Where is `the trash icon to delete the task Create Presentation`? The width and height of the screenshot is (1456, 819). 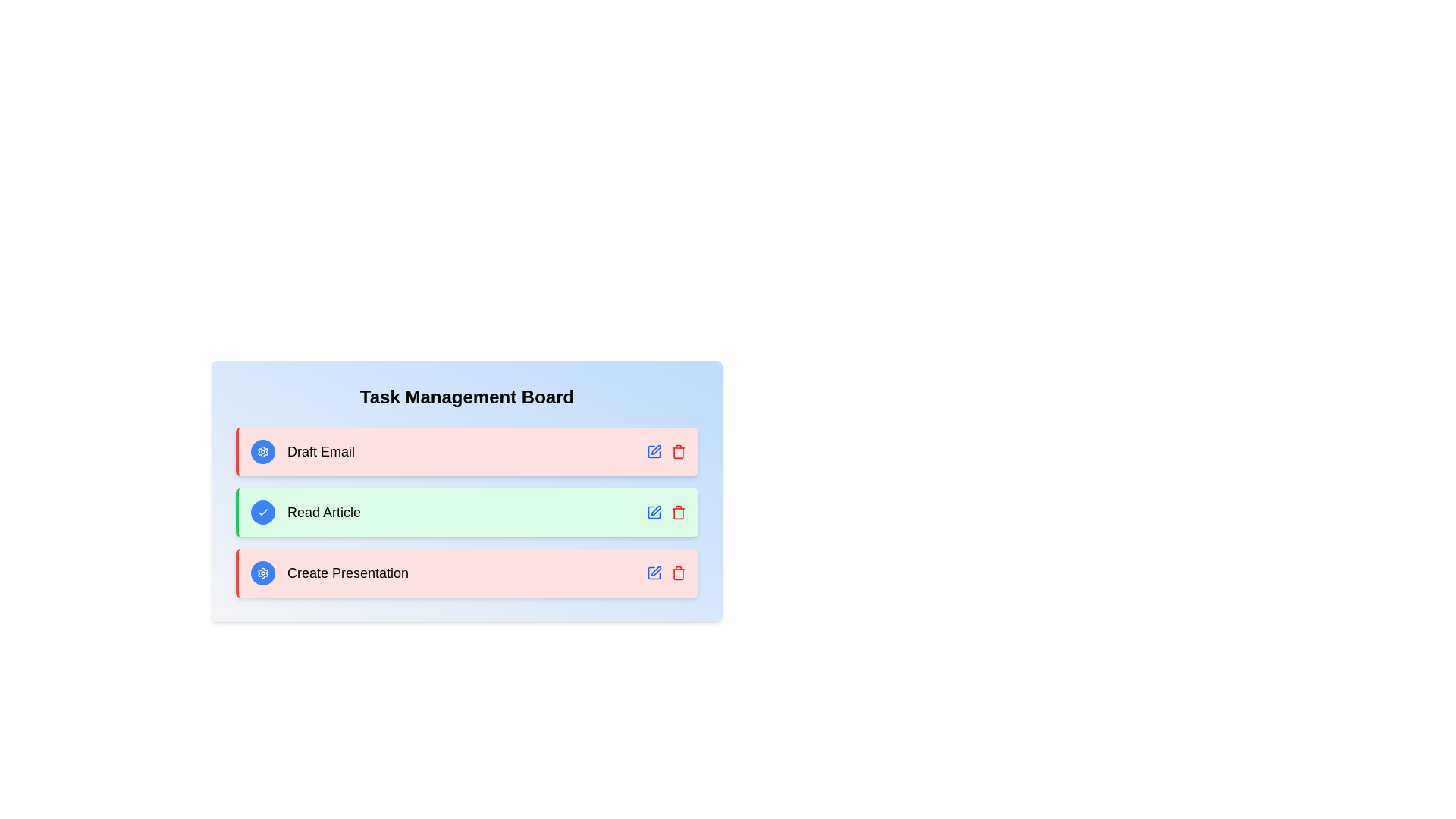 the trash icon to delete the task Create Presentation is located at coordinates (677, 573).